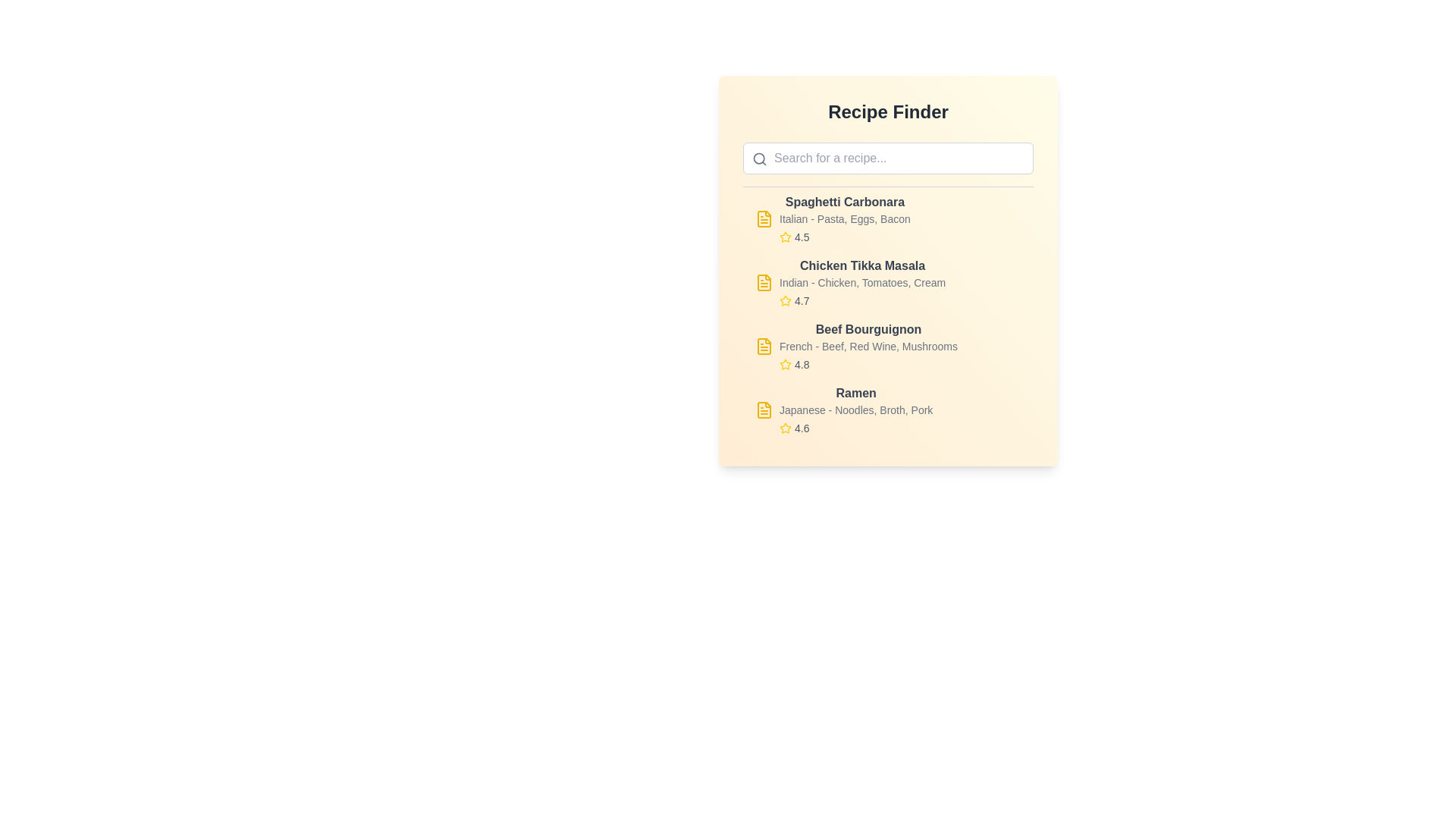 The height and width of the screenshot is (819, 1456). What do you see at coordinates (856, 409) in the screenshot?
I see `to select the fourth list item in the Recipe Finder interface, which is the 'Ramen' recipe, located under the heading 'Recipe Finder'` at bounding box center [856, 409].